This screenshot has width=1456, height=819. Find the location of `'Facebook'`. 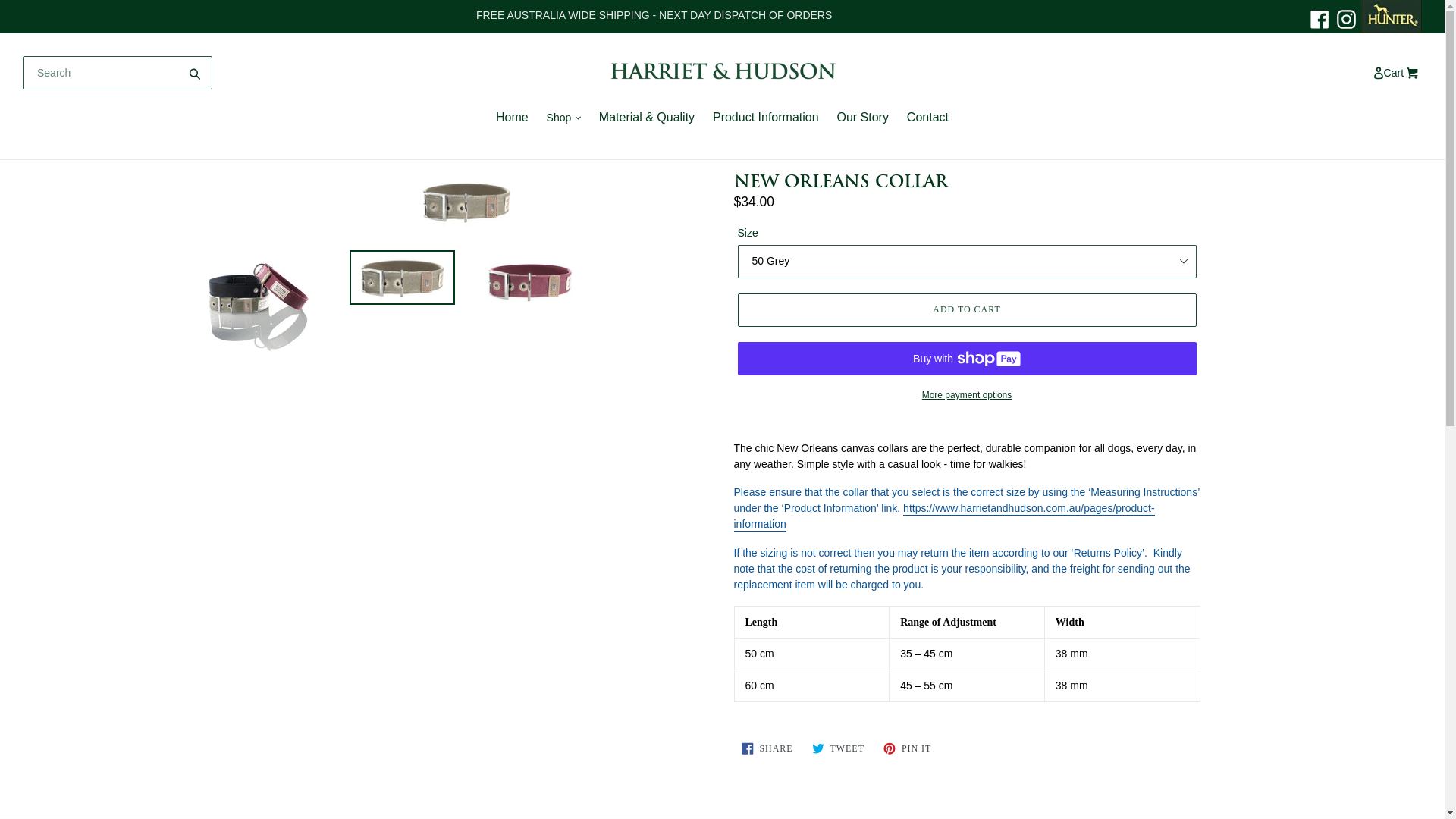

'Facebook' is located at coordinates (1319, 18).